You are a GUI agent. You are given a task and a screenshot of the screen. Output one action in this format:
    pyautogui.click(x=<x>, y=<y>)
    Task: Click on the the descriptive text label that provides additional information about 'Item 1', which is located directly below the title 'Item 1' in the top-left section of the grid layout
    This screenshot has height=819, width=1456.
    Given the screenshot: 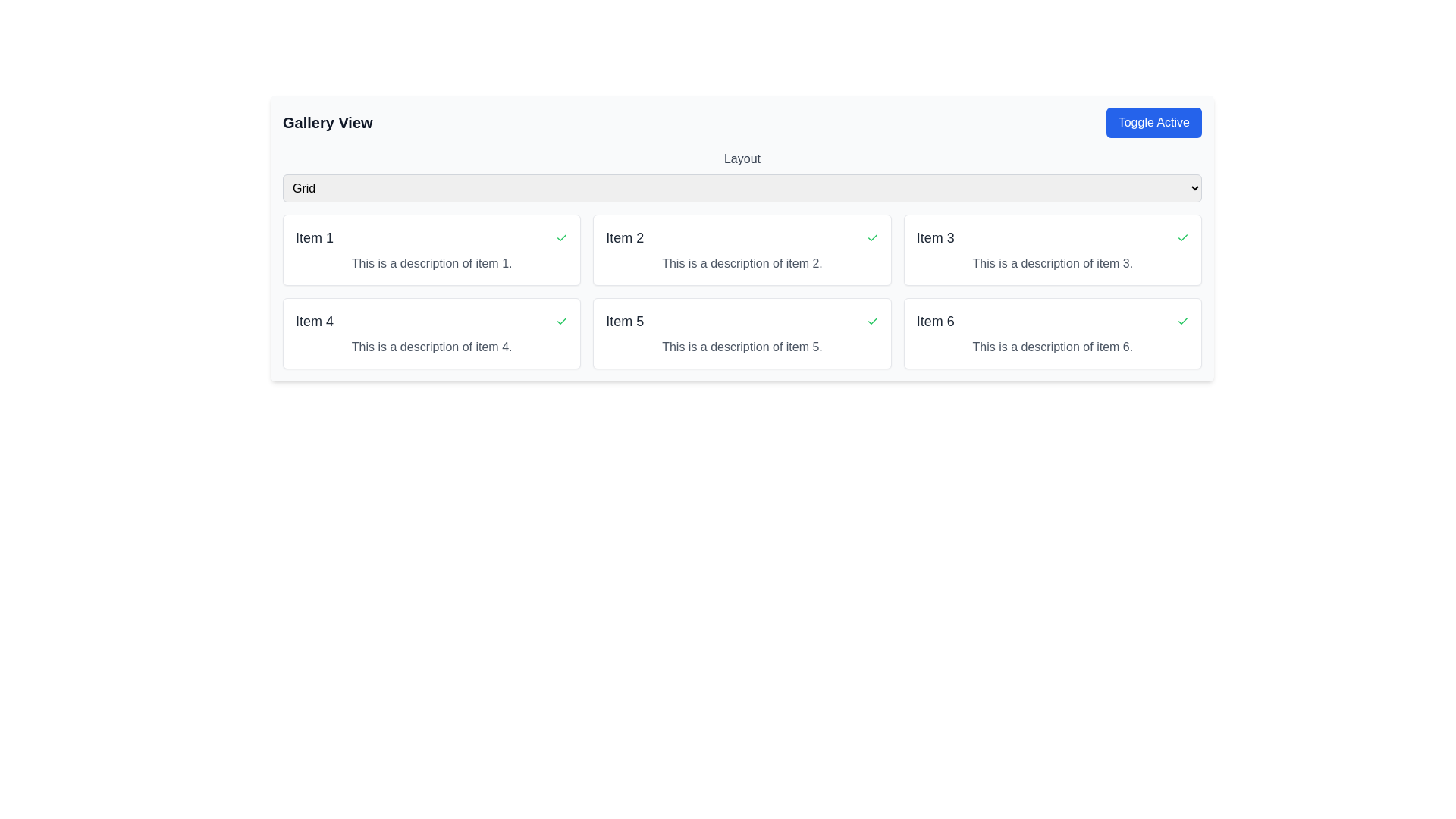 What is the action you would take?
    pyautogui.click(x=431, y=262)
    